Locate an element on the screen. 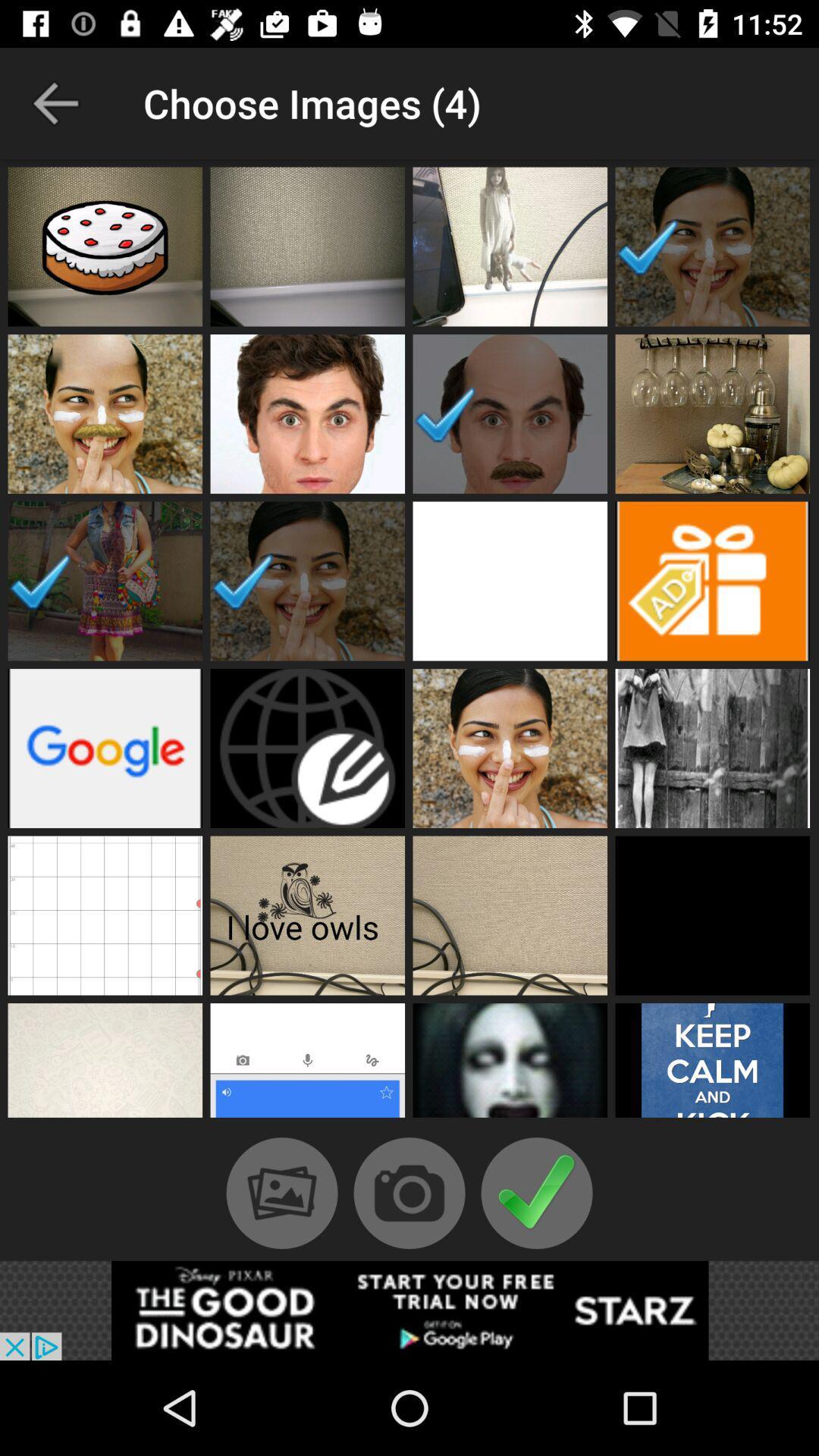 The width and height of the screenshot is (819, 1456). image is located at coordinates (510, 246).